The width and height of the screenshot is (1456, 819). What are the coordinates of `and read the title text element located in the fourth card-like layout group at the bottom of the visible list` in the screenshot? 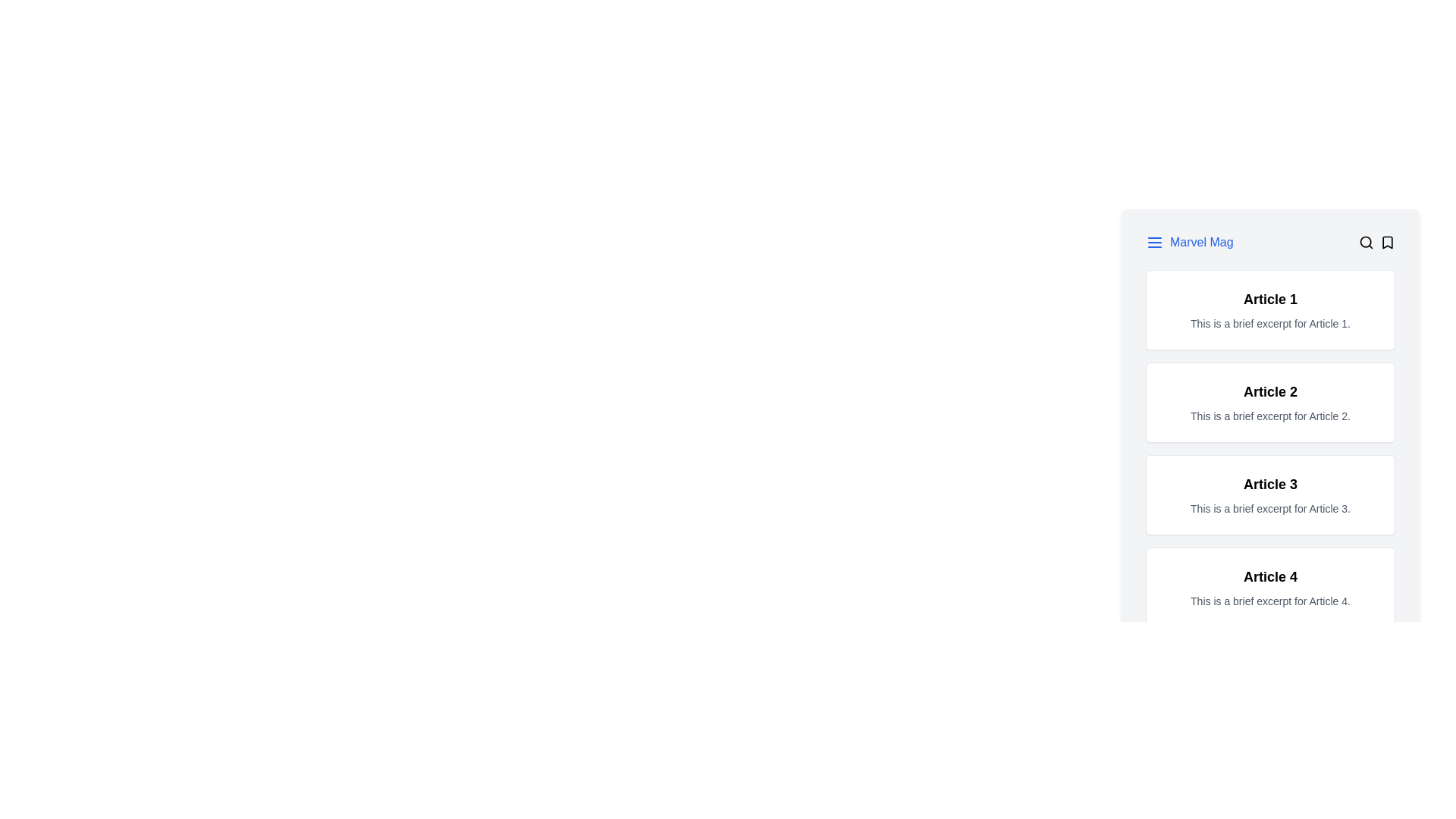 It's located at (1270, 576).